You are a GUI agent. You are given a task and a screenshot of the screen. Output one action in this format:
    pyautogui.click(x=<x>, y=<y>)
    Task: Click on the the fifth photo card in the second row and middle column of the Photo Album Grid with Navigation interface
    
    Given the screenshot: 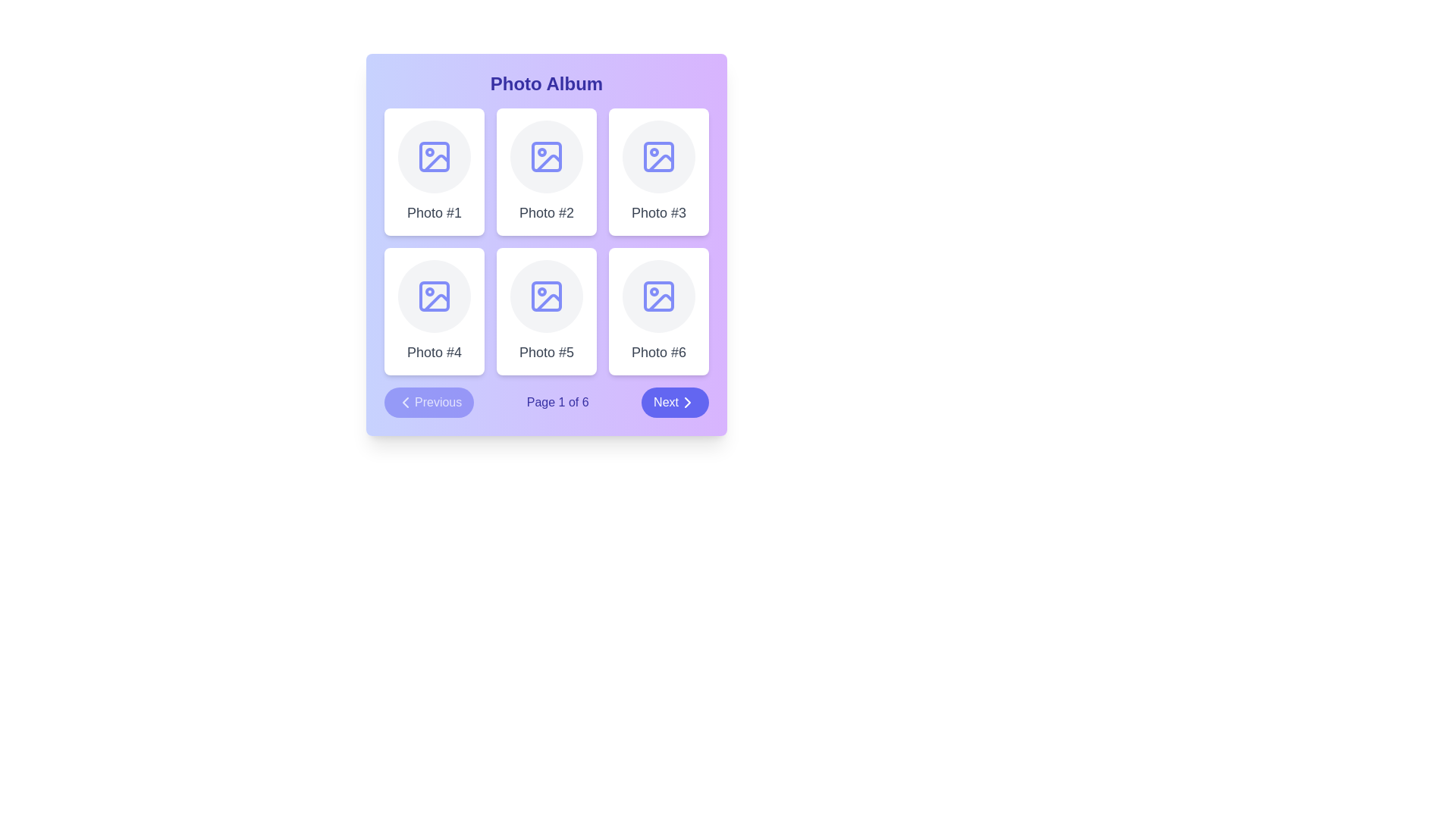 What is the action you would take?
    pyautogui.click(x=546, y=244)
    